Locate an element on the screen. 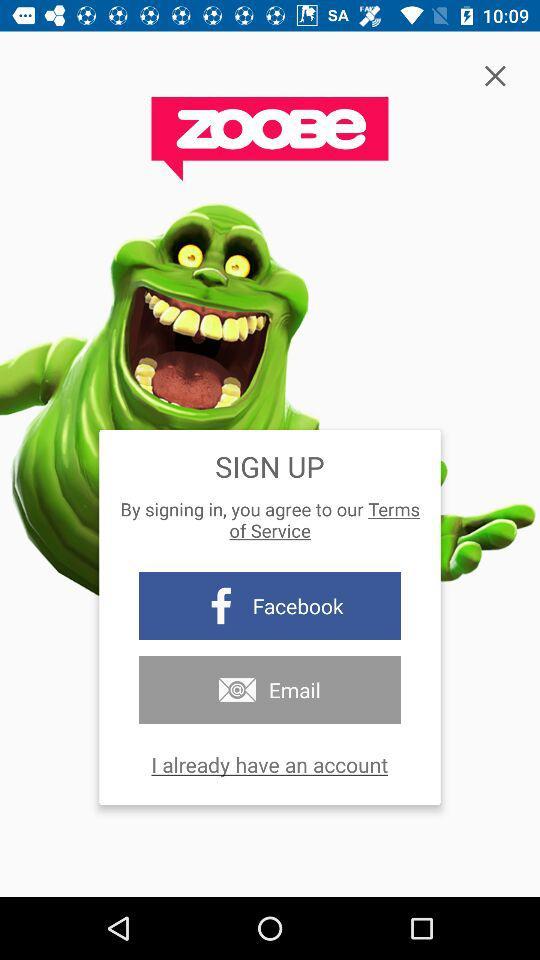 Image resolution: width=540 pixels, height=960 pixels. i already have icon is located at coordinates (269, 763).